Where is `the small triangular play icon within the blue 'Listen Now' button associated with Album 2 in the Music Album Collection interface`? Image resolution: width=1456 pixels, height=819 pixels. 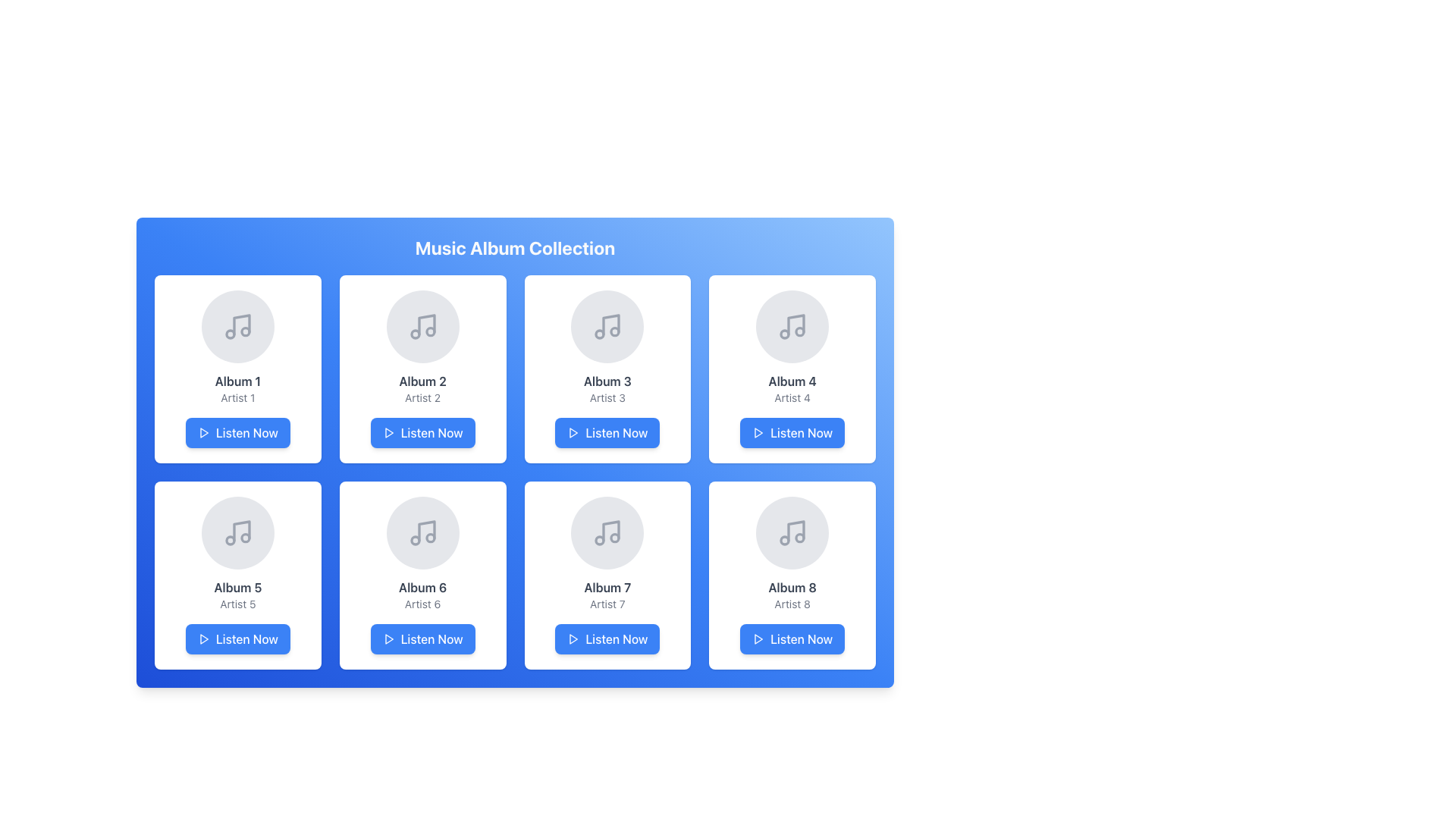 the small triangular play icon within the blue 'Listen Now' button associated with Album 2 in the Music Album Collection interface is located at coordinates (389, 432).